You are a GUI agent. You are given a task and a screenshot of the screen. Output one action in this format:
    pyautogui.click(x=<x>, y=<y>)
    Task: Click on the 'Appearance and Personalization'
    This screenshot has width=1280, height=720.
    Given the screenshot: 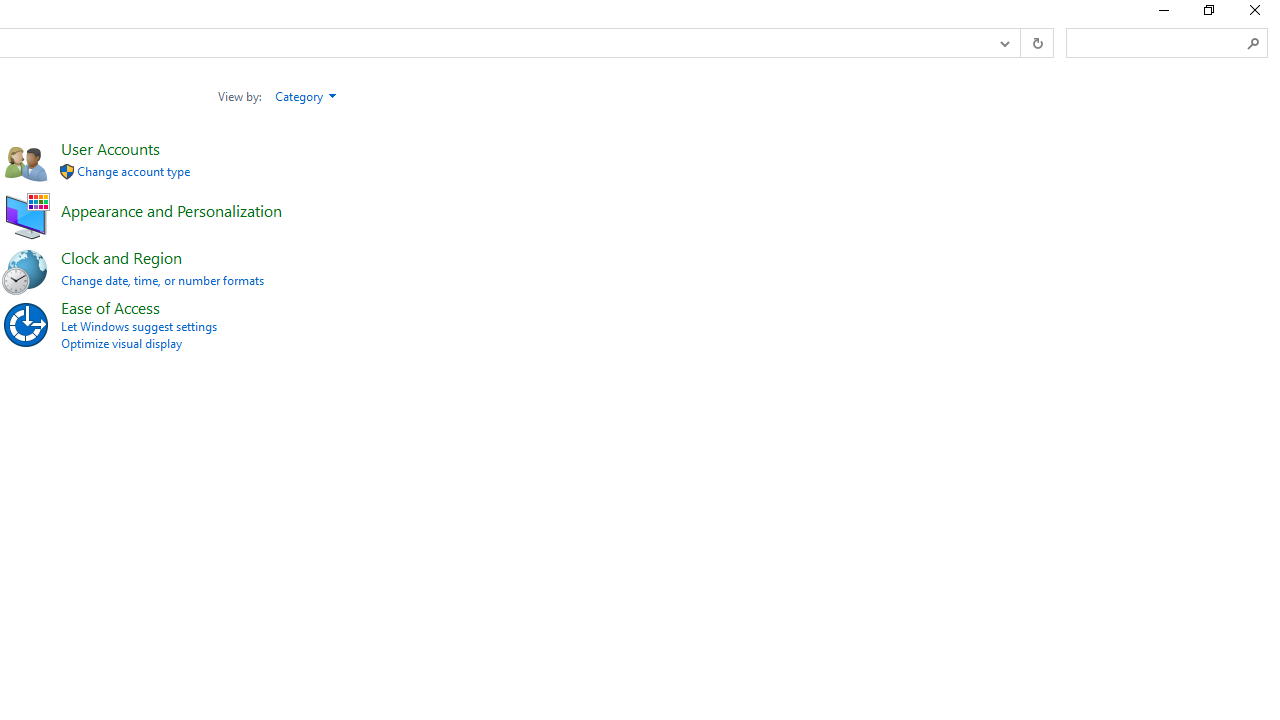 What is the action you would take?
    pyautogui.click(x=171, y=210)
    